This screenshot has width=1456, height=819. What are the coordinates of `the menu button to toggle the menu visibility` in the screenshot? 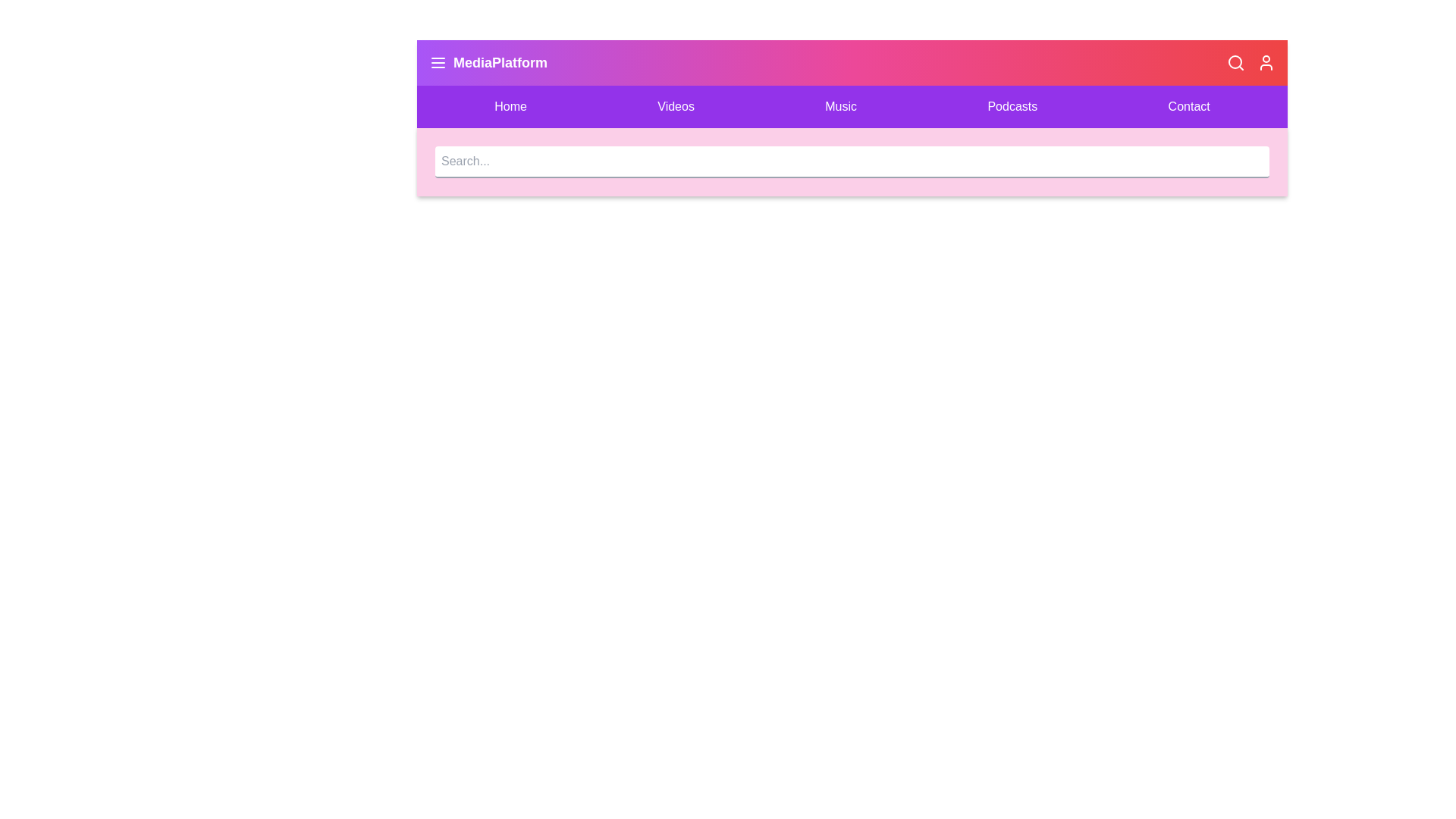 It's located at (437, 62).